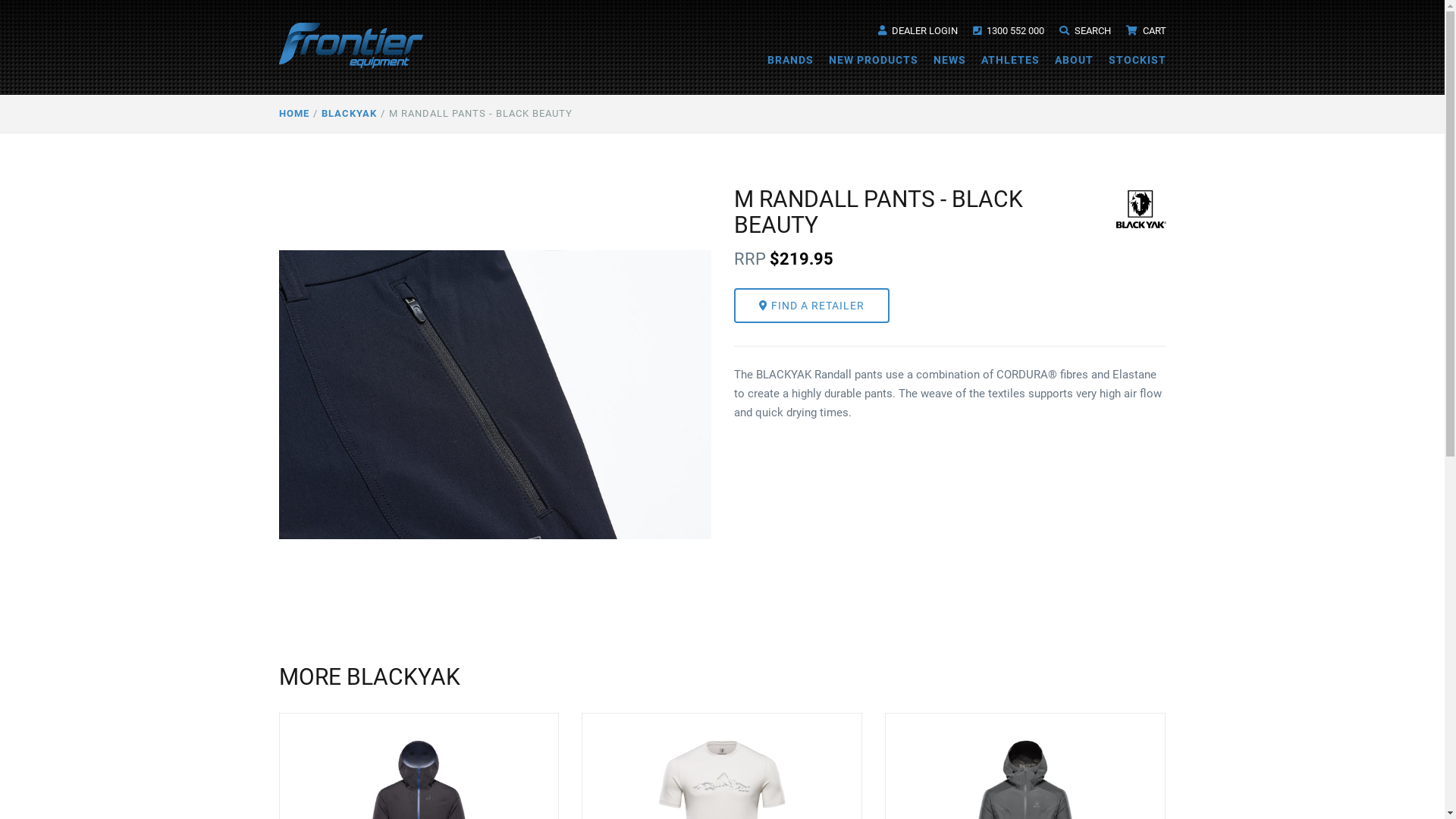 This screenshot has width=1456, height=819. Describe the element at coordinates (1137, 58) in the screenshot. I see `'STOCKIST'` at that location.